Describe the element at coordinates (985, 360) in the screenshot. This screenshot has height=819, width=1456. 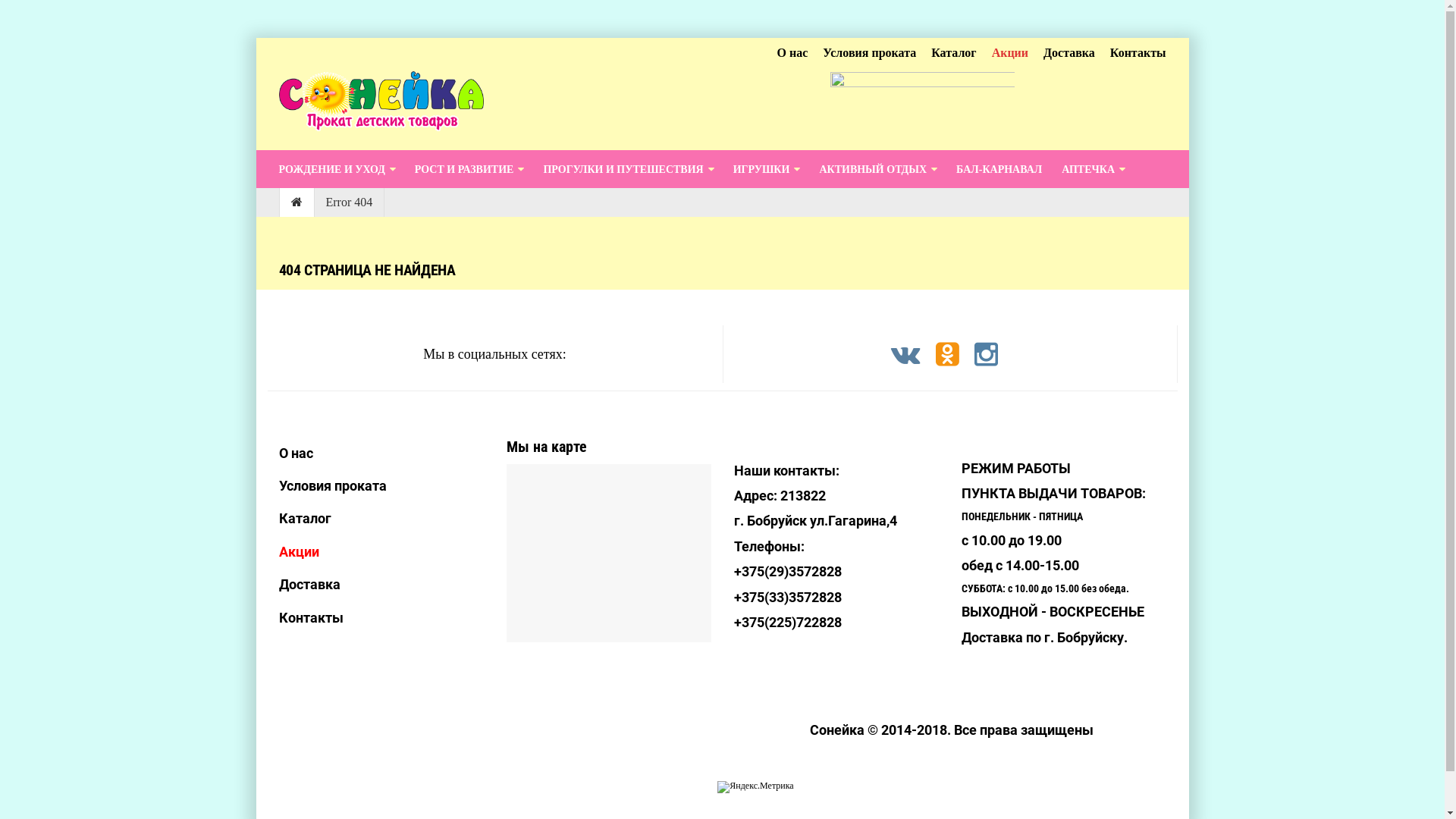
I see `'Instagram'` at that location.